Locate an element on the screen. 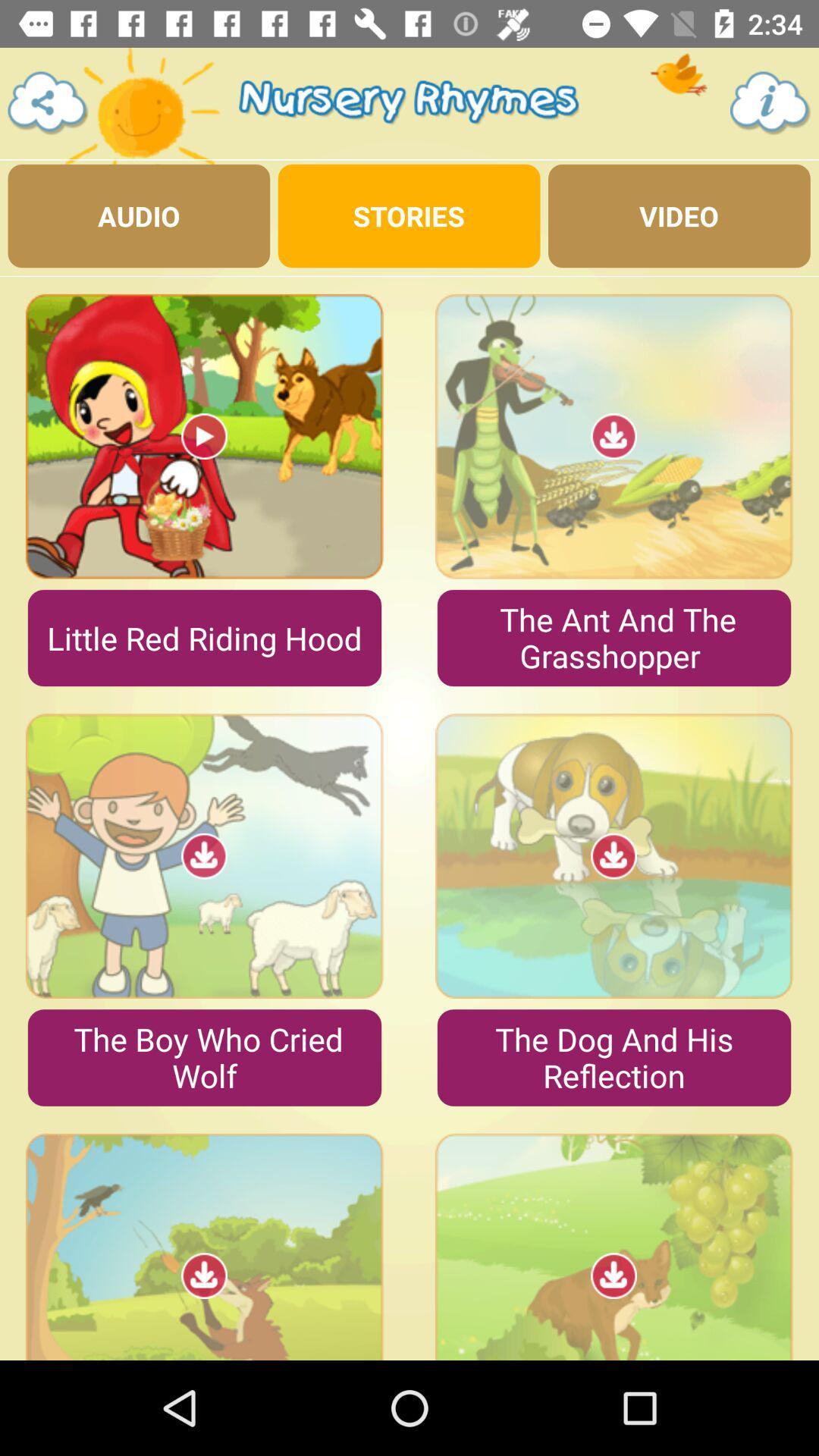 This screenshot has height=1456, width=819. sharing button is located at coordinates (47, 102).